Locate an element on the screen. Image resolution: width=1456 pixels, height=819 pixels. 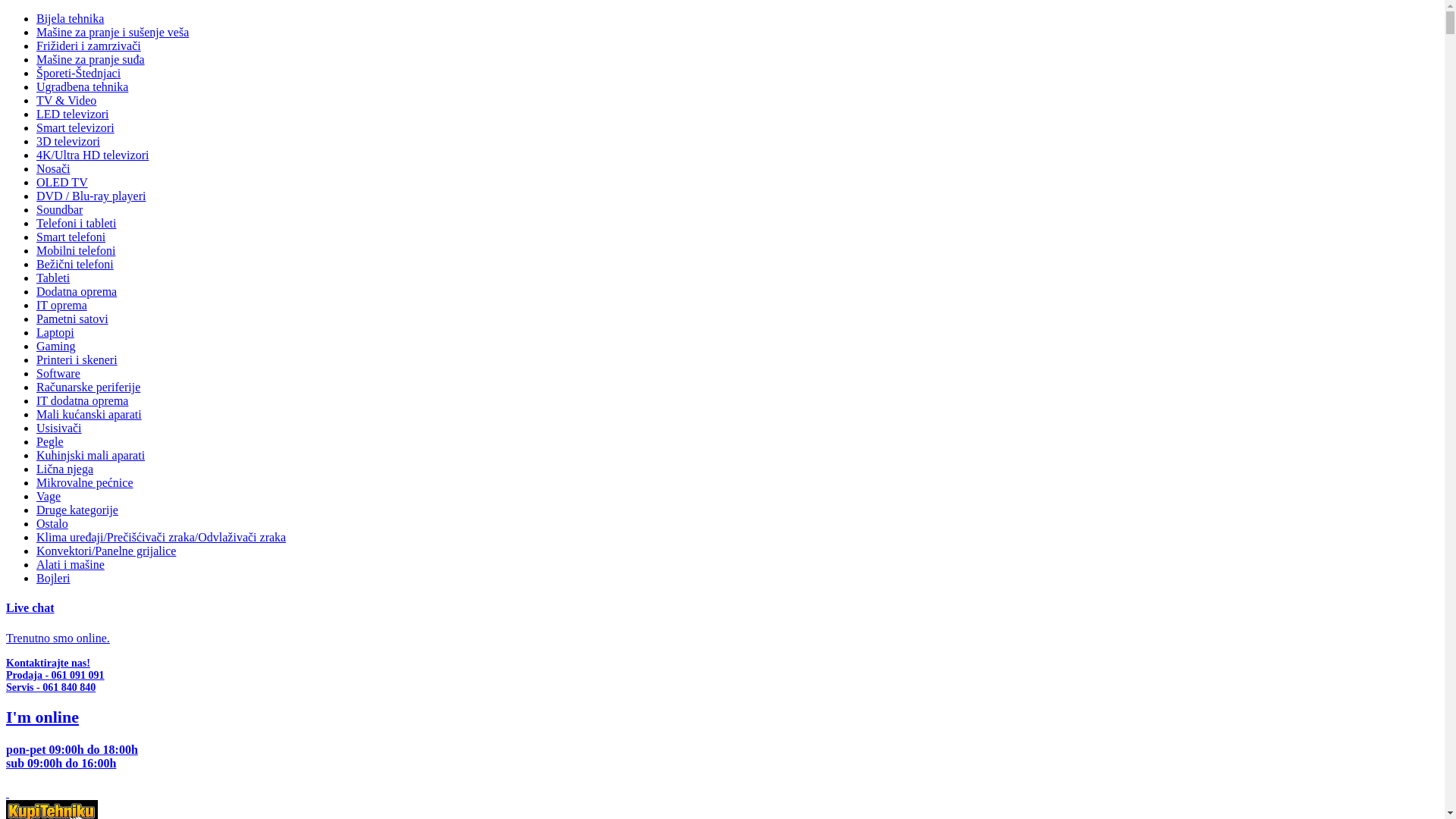
'Dodatna oprema' is located at coordinates (36, 291).